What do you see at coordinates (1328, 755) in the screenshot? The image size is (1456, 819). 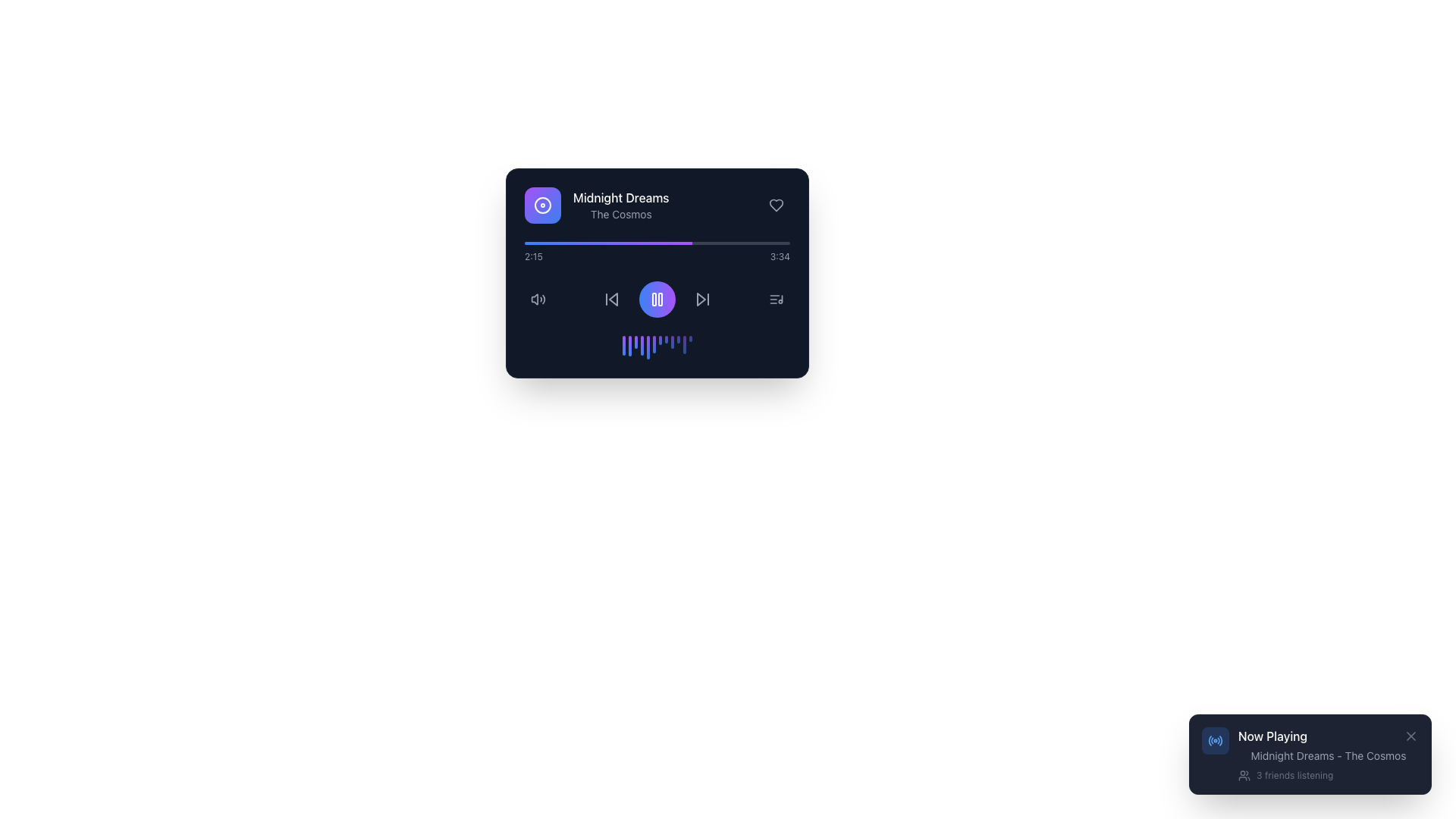 I see `the text label that displays 'Midnight Dreams - The Cosmos', which is located below the 'Now Playing' heading and above the '3 friends listening' label` at bounding box center [1328, 755].